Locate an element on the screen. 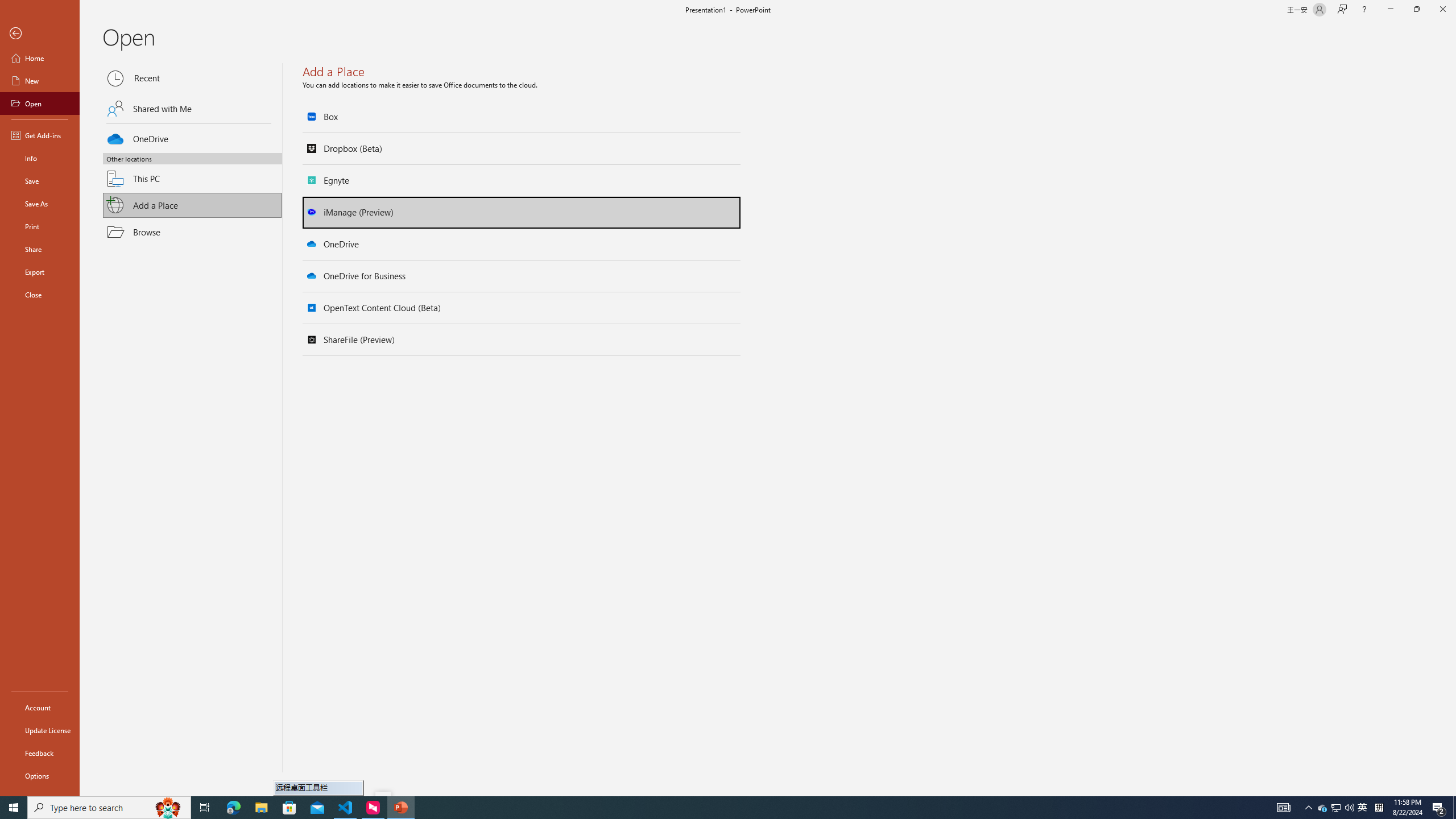 The width and height of the screenshot is (1456, 819). 'Save As' is located at coordinates (39, 202).